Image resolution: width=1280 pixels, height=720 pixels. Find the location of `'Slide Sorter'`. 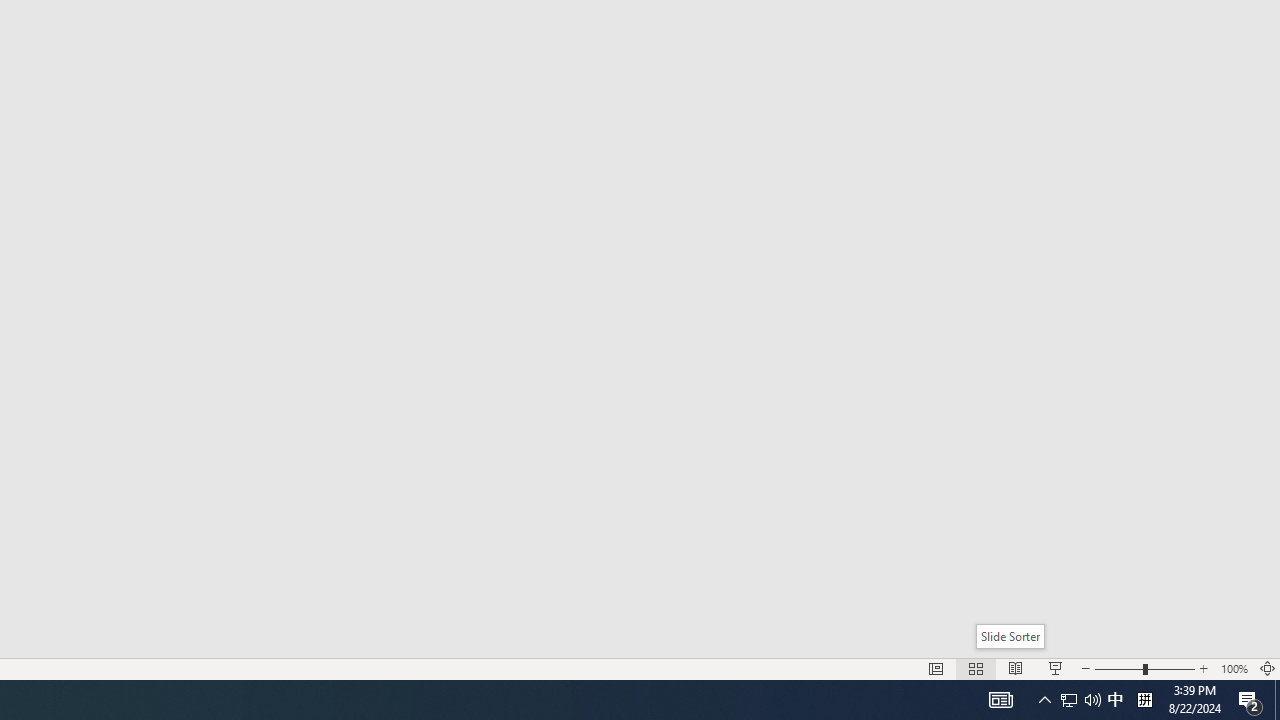

'Slide Sorter' is located at coordinates (1009, 636).